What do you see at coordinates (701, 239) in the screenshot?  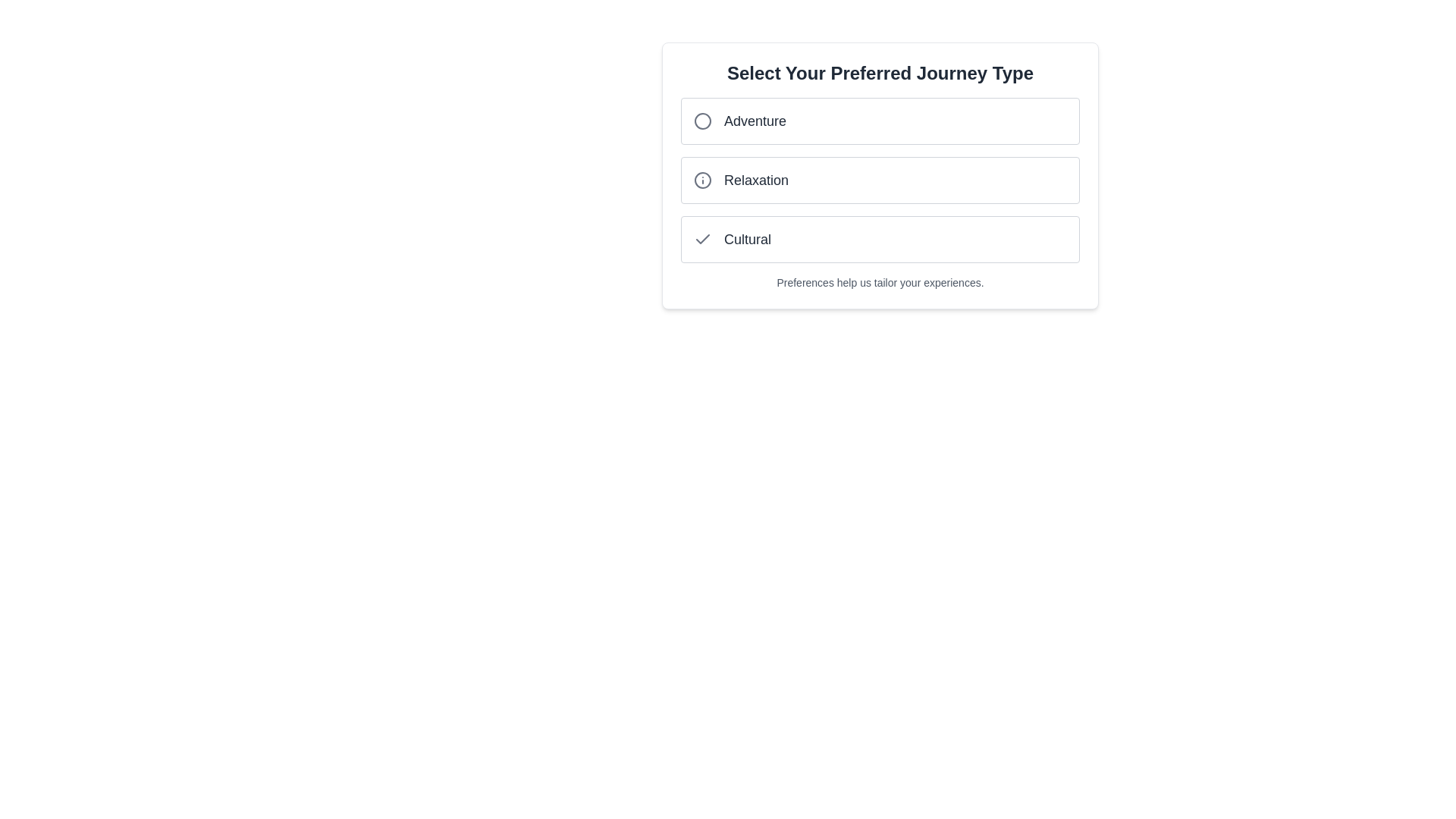 I see `the checkmark icon within the 'Cultural' option in the user preference selection menu` at bounding box center [701, 239].